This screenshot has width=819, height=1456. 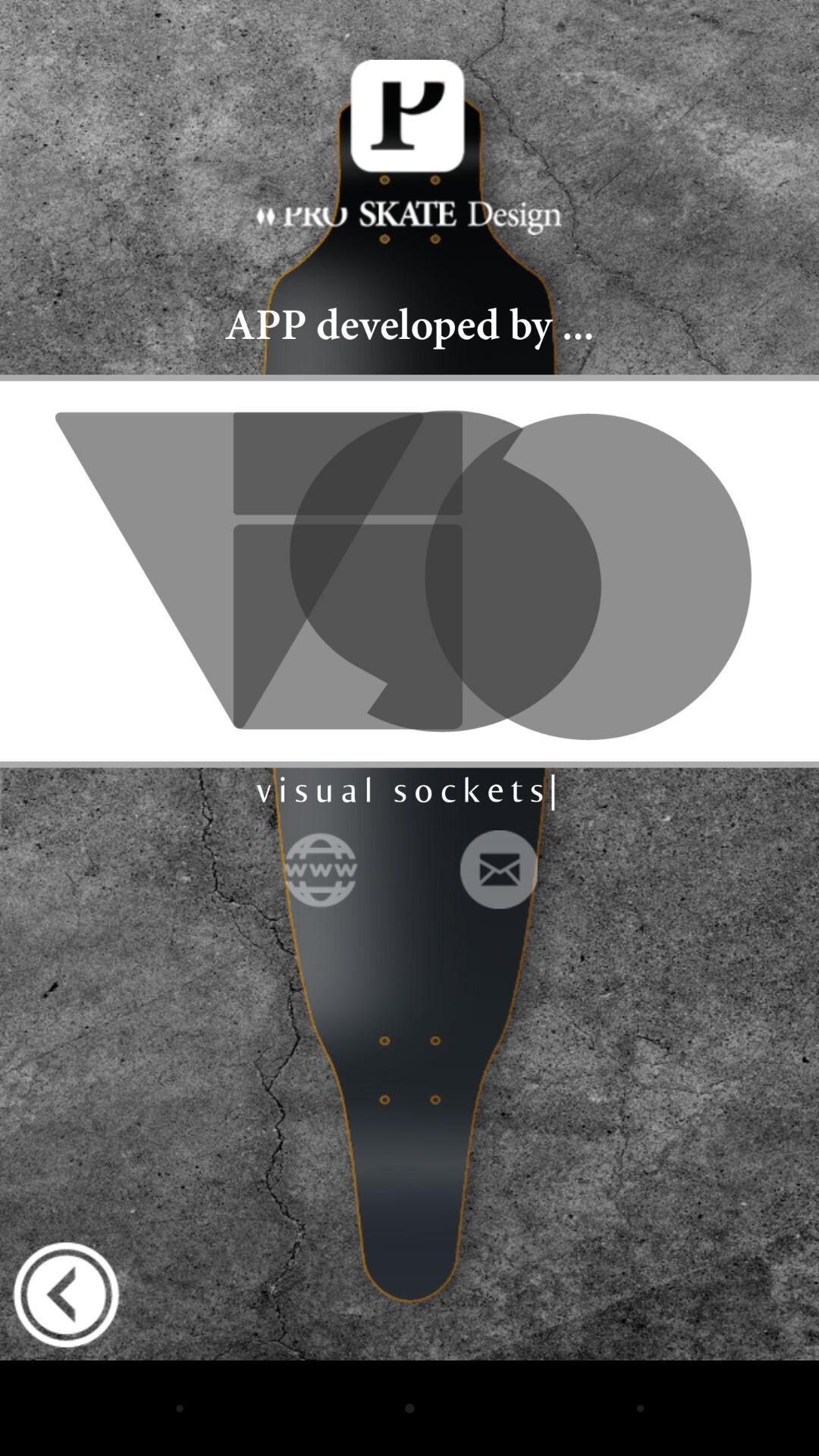 What do you see at coordinates (497, 930) in the screenshot?
I see `the email icon` at bounding box center [497, 930].